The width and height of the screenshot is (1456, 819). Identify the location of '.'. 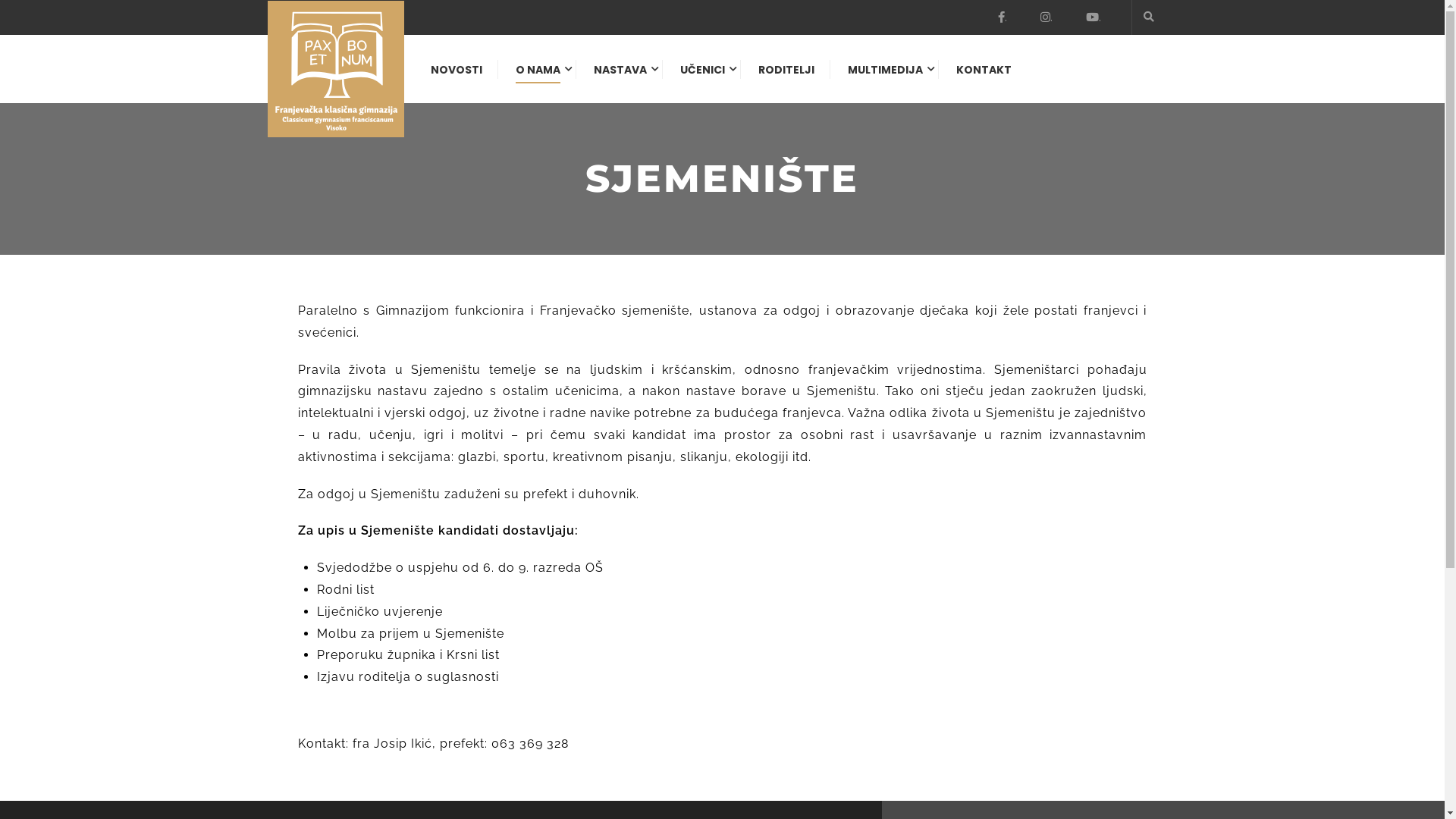
(1093, 17).